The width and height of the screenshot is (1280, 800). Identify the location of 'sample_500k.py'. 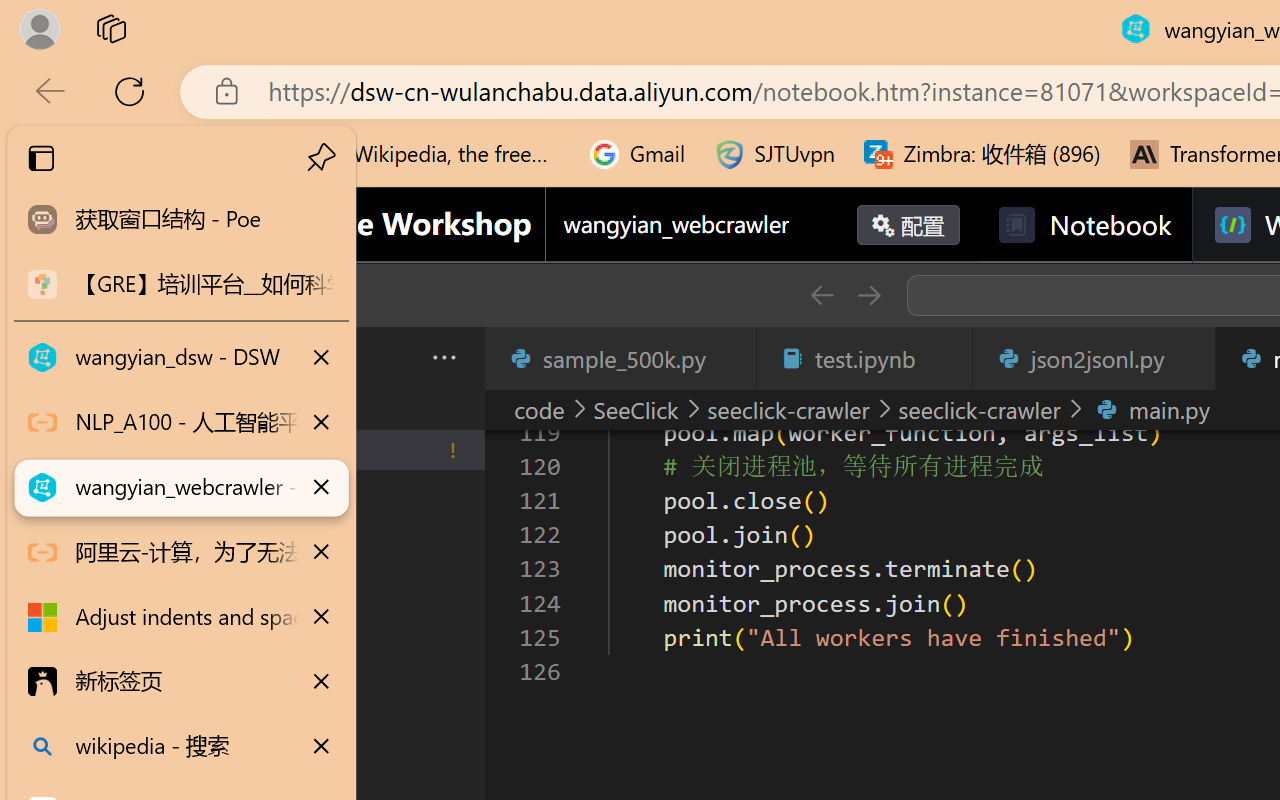
(619, 358).